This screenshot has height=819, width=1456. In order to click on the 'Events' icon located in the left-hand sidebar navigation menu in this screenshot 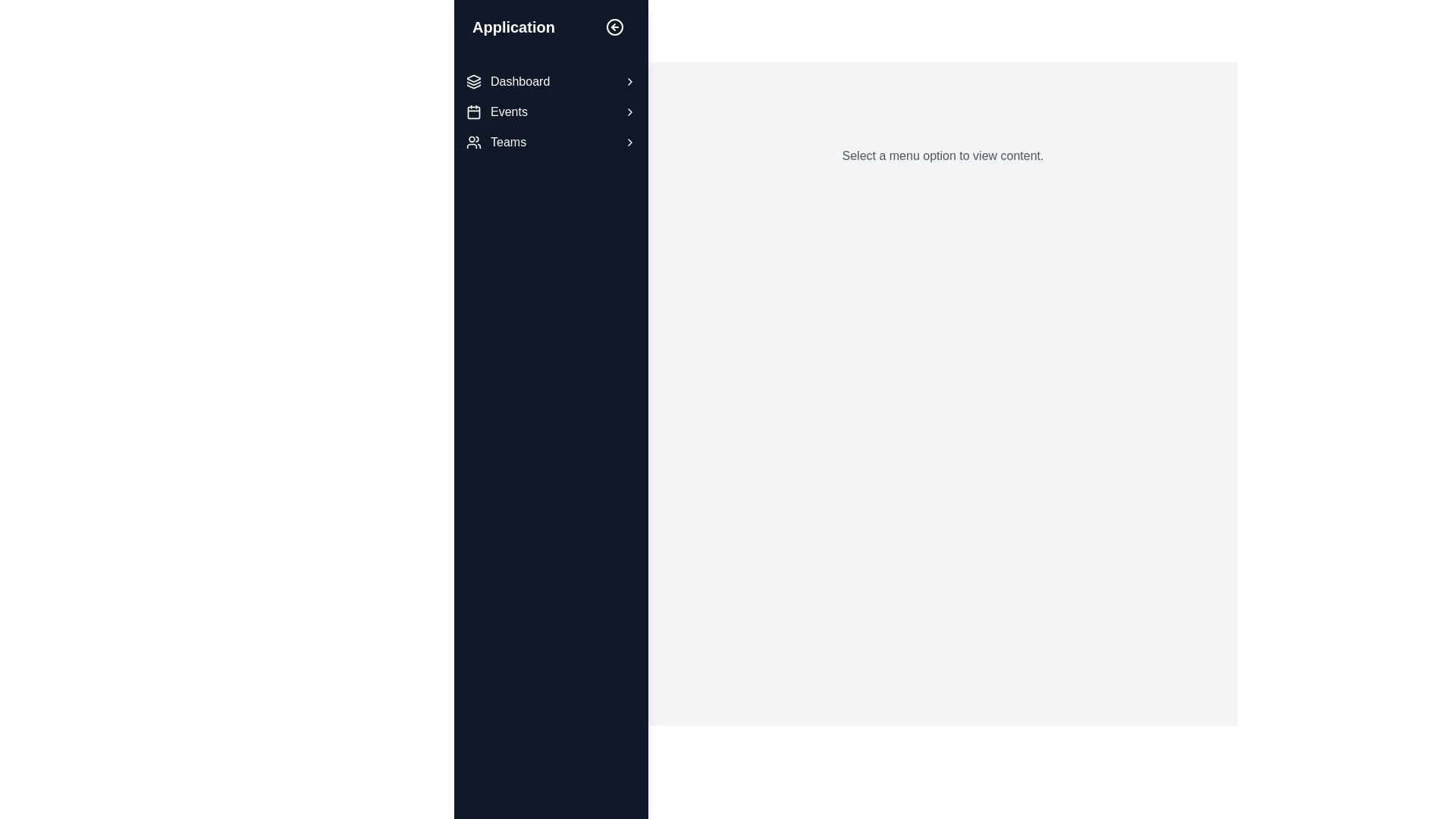, I will do `click(472, 111)`.